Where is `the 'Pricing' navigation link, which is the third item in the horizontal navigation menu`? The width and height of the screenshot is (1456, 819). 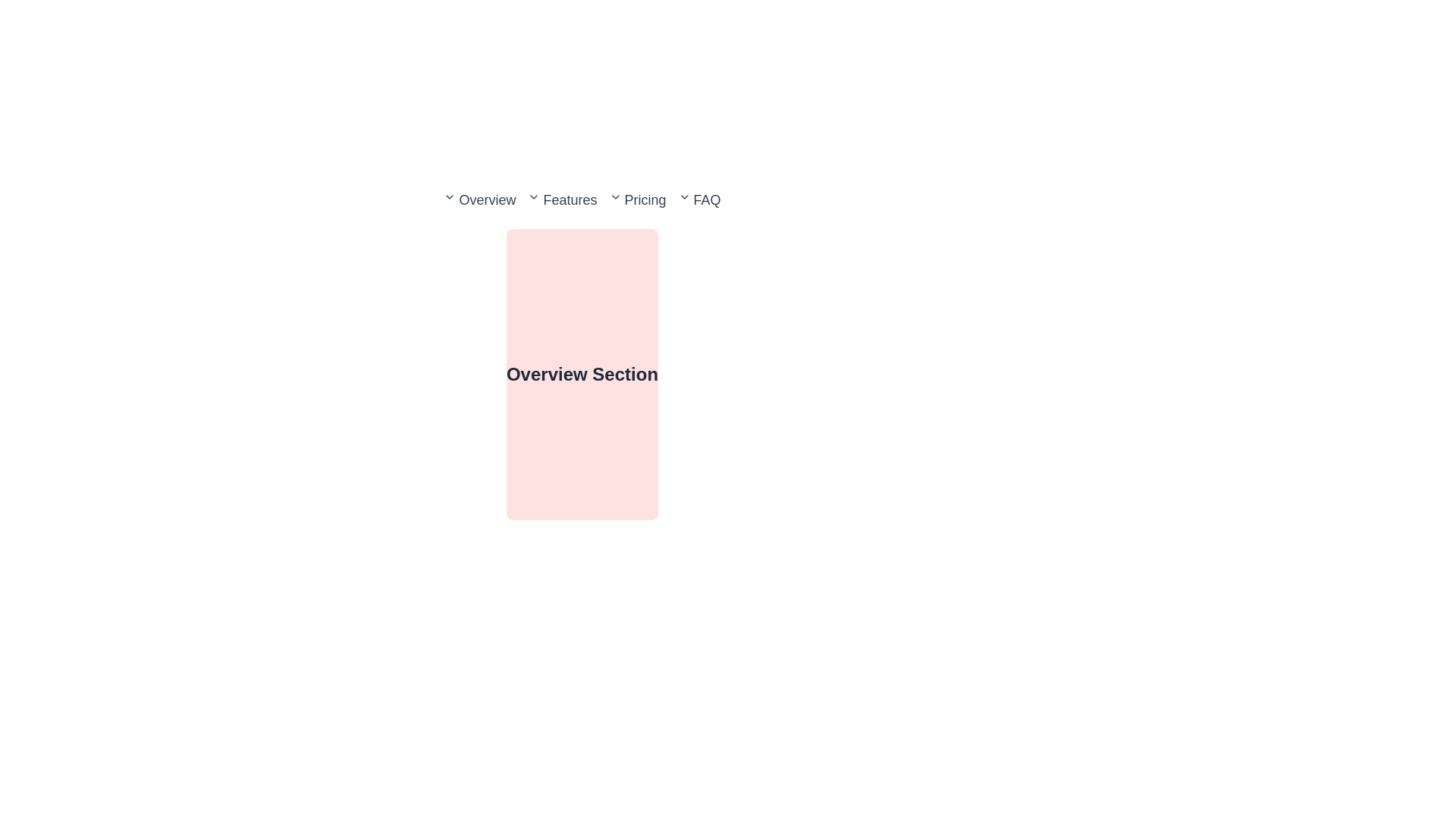 the 'Pricing' navigation link, which is the third item in the horizontal navigation menu is located at coordinates (637, 199).